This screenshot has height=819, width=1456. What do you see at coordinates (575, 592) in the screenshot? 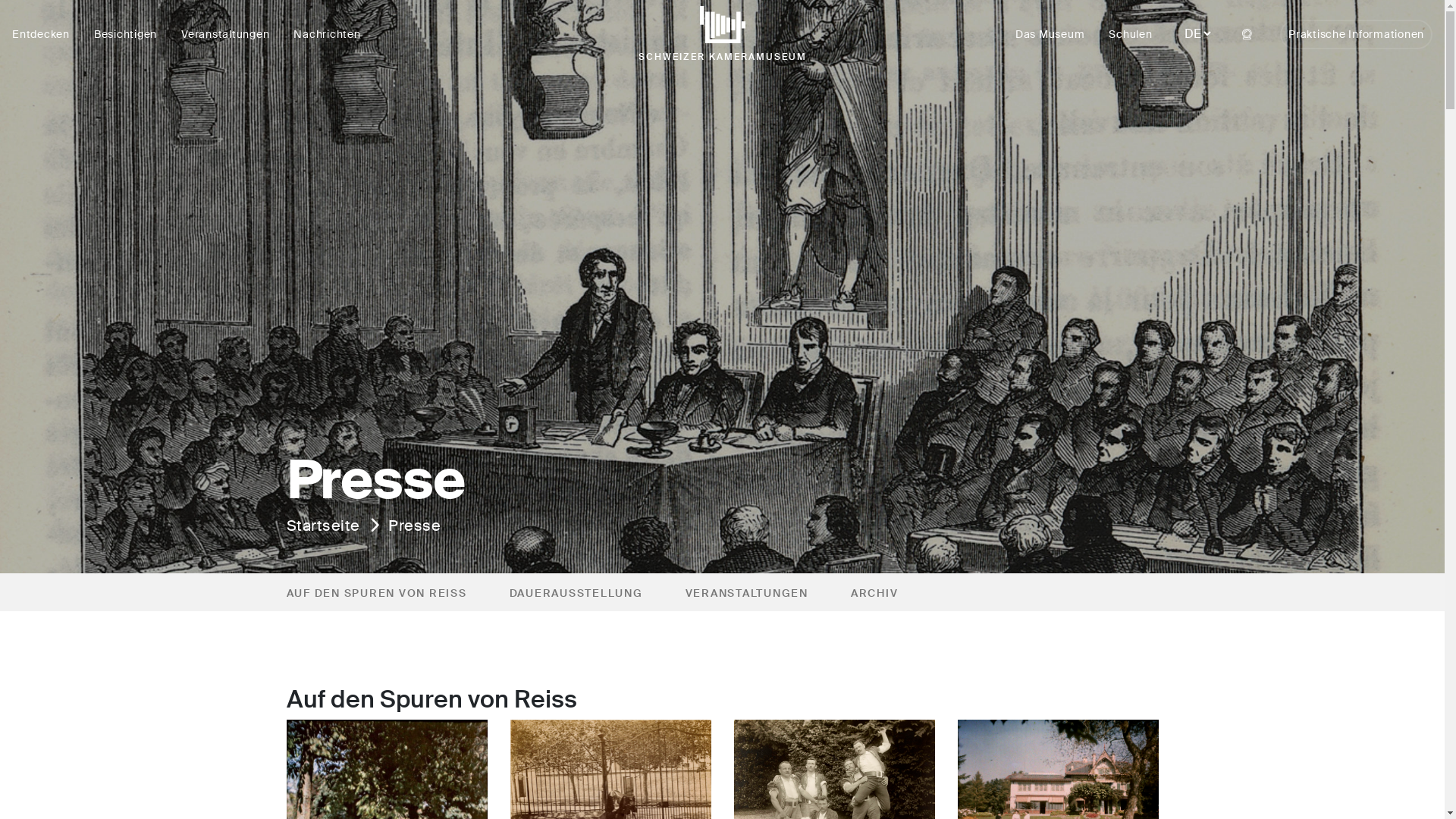
I see `'DAUERAUSSTELLUNG'` at bounding box center [575, 592].